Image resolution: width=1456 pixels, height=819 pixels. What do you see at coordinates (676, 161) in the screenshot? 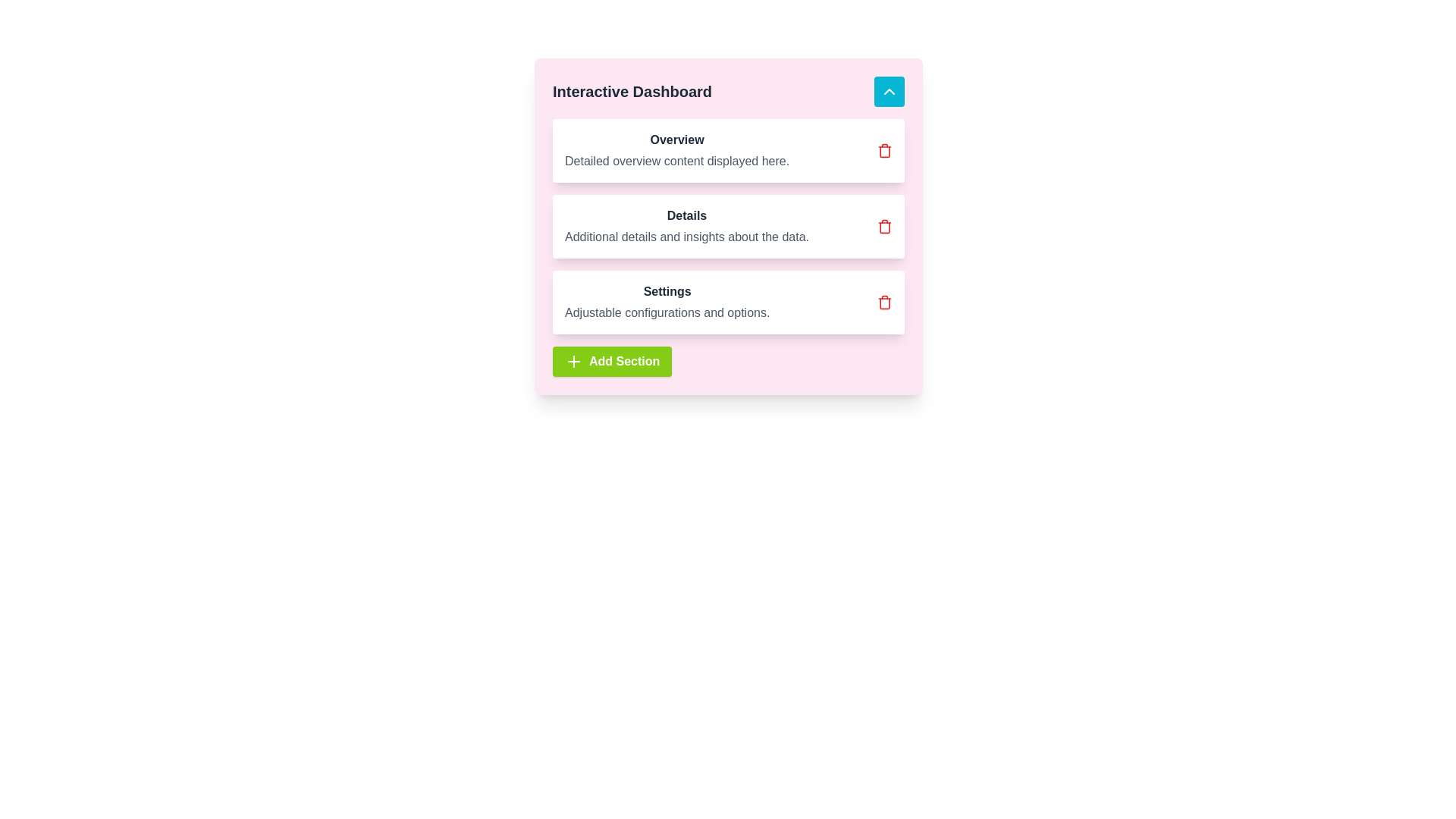
I see `the Text block located within the 'Overview' card, directly below the title 'Overview'` at bounding box center [676, 161].